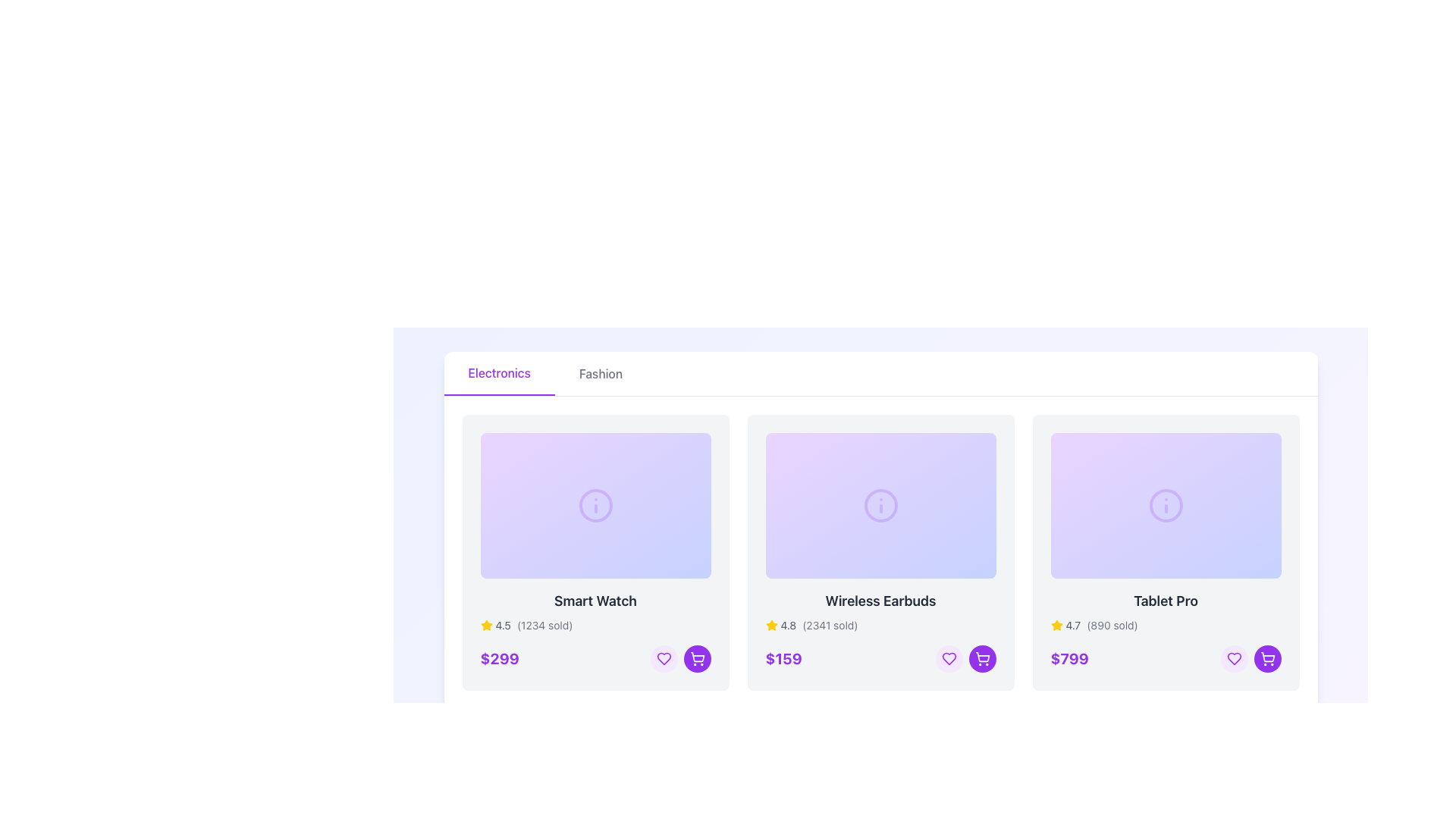 This screenshot has height=819, width=1456. I want to click on the circular button with a vivid purple background and a white shopping cart icon, so click(1267, 657).